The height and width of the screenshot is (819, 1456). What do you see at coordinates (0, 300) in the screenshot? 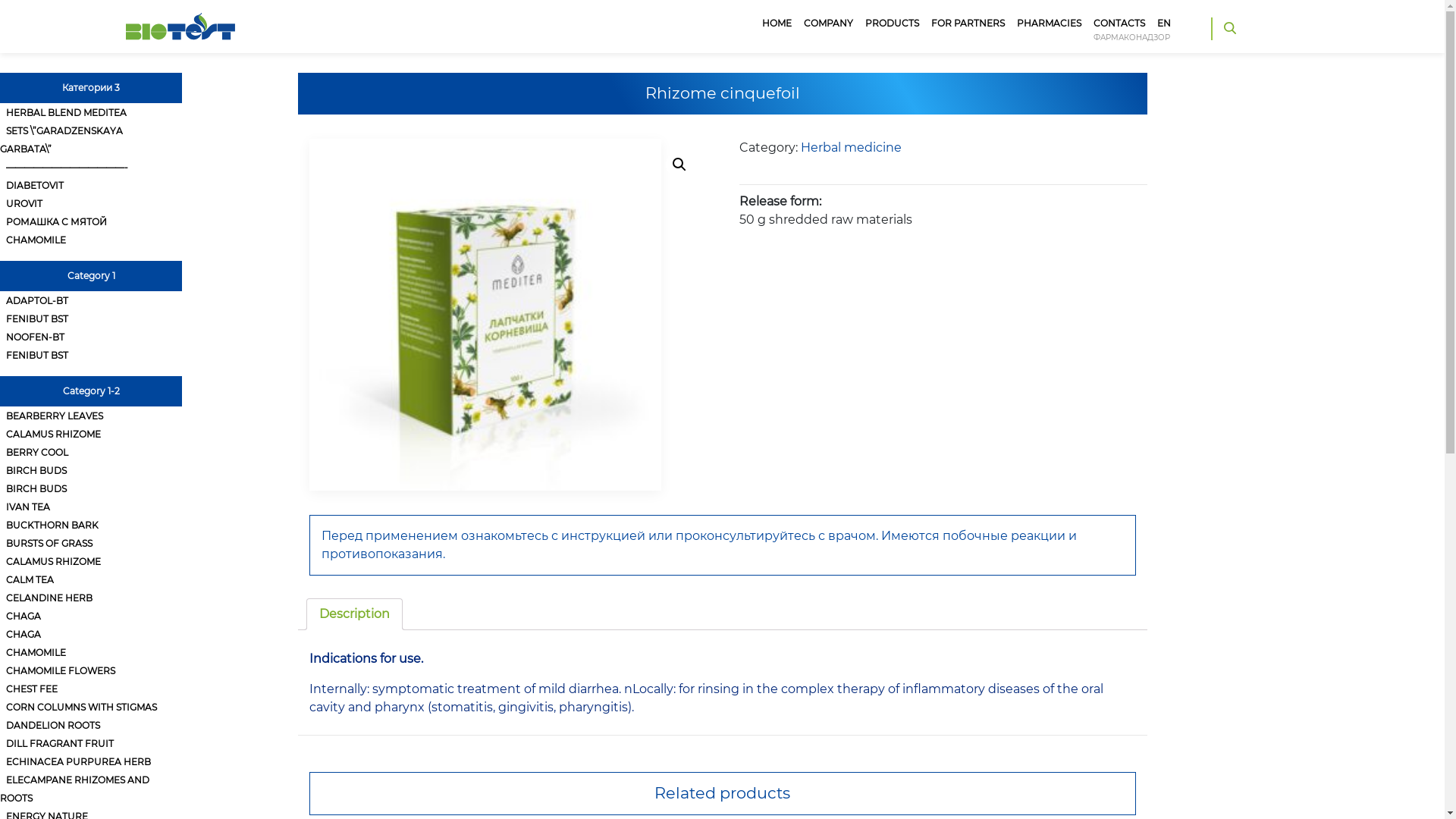
I see `'ADAPTOL-BT'` at bounding box center [0, 300].